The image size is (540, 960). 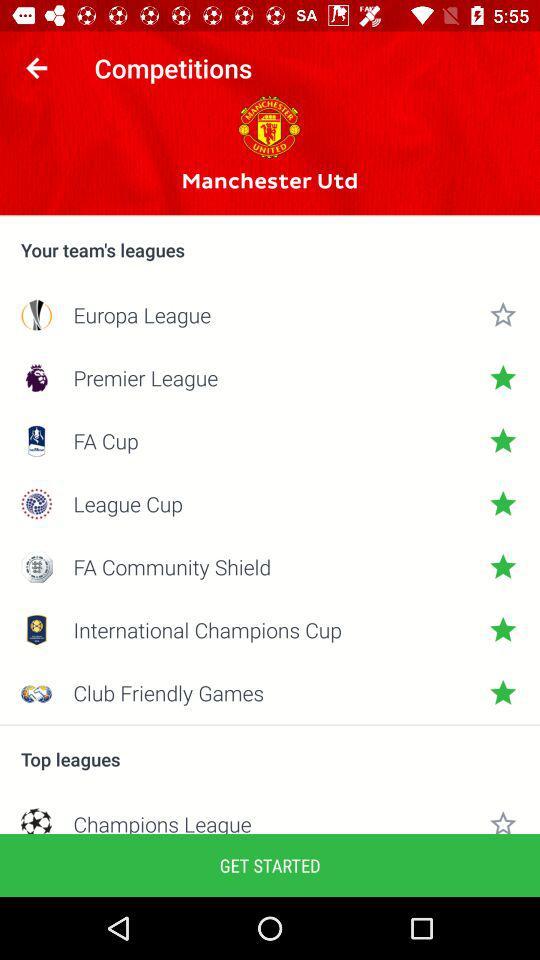 I want to click on the item above the top leagues, so click(x=270, y=724).